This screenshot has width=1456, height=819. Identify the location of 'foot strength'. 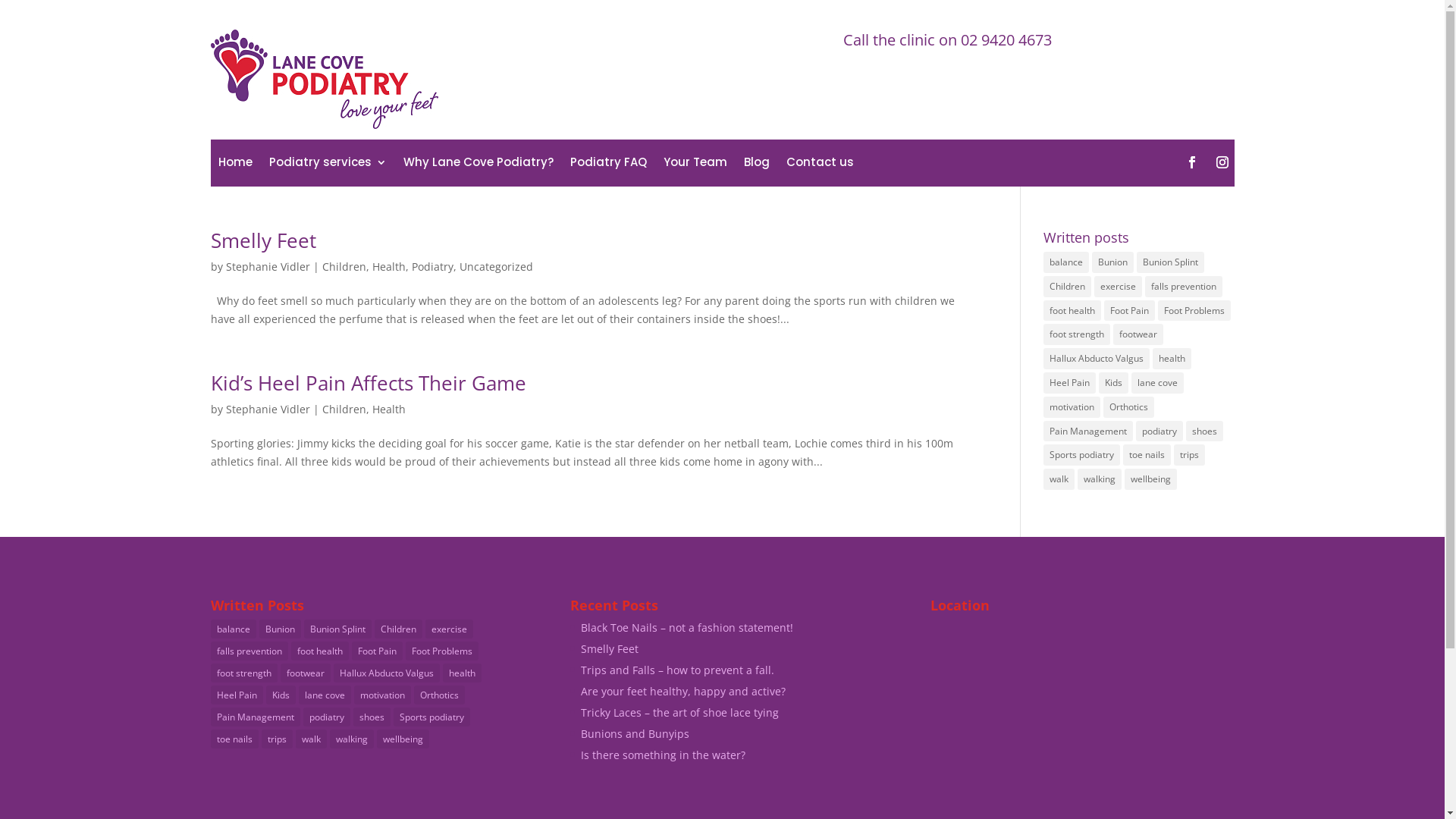
(243, 672).